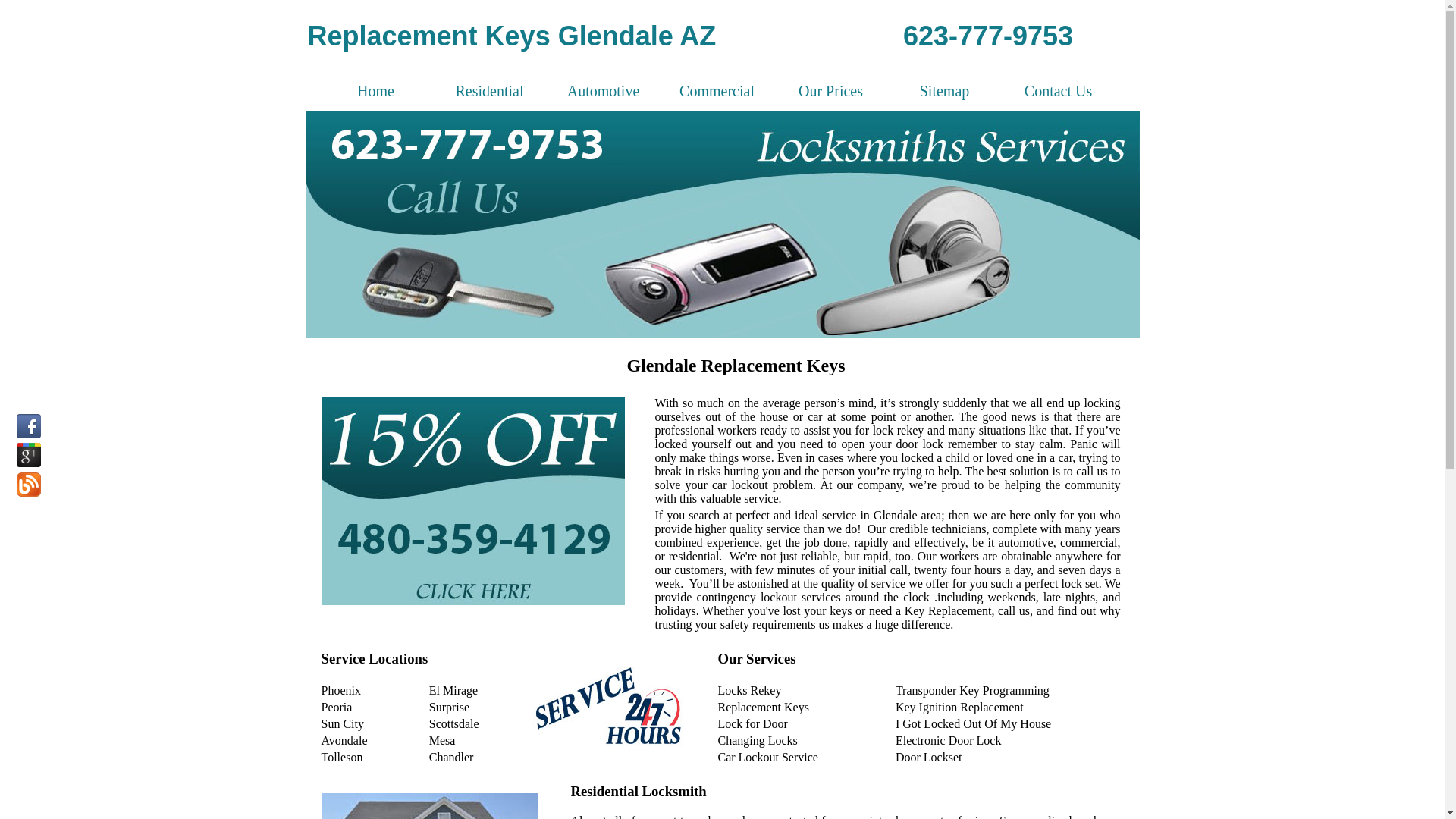  Describe the element at coordinates (336, 707) in the screenshot. I see `'Peoria'` at that location.